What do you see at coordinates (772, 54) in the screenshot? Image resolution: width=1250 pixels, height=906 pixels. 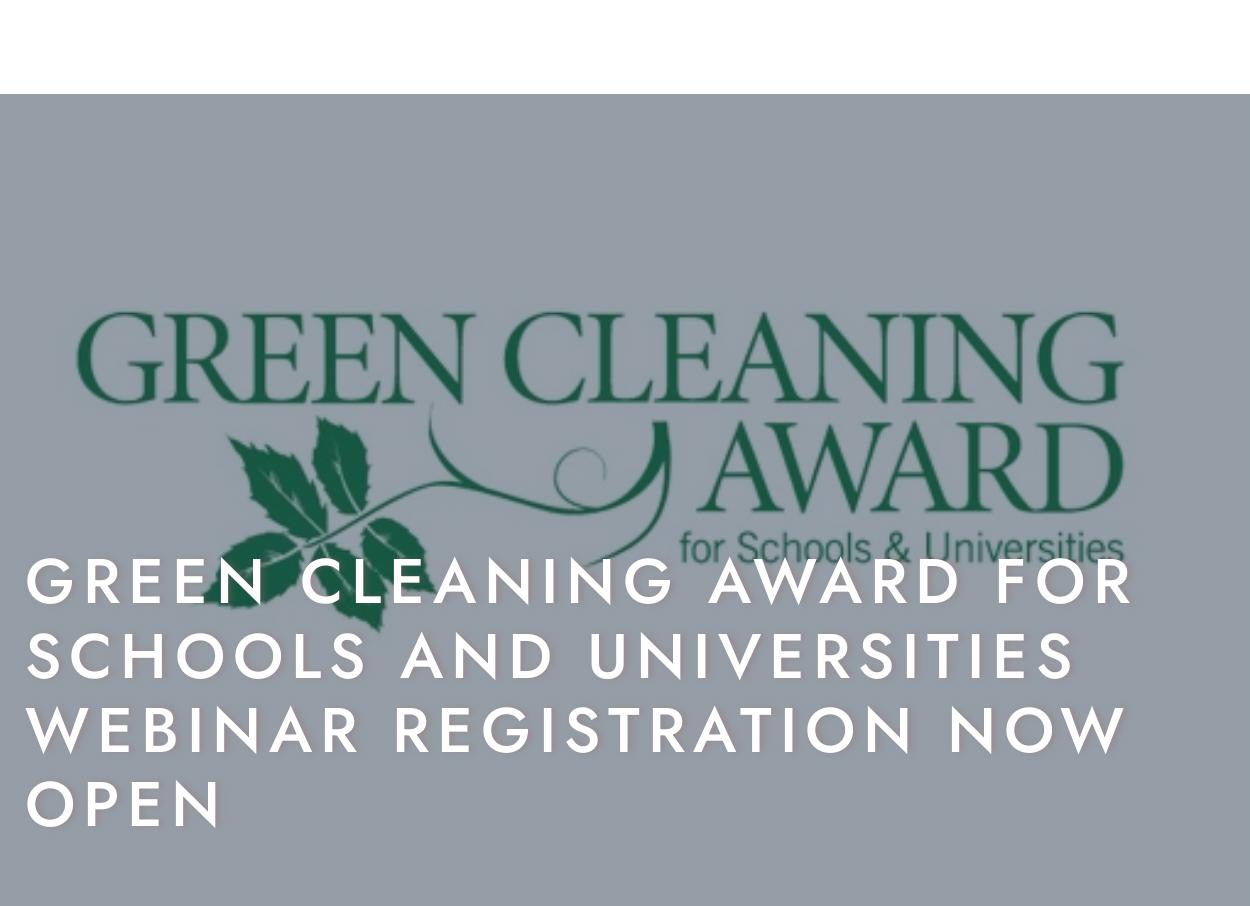 I see `'Insight'` at bounding box center [772, 54].